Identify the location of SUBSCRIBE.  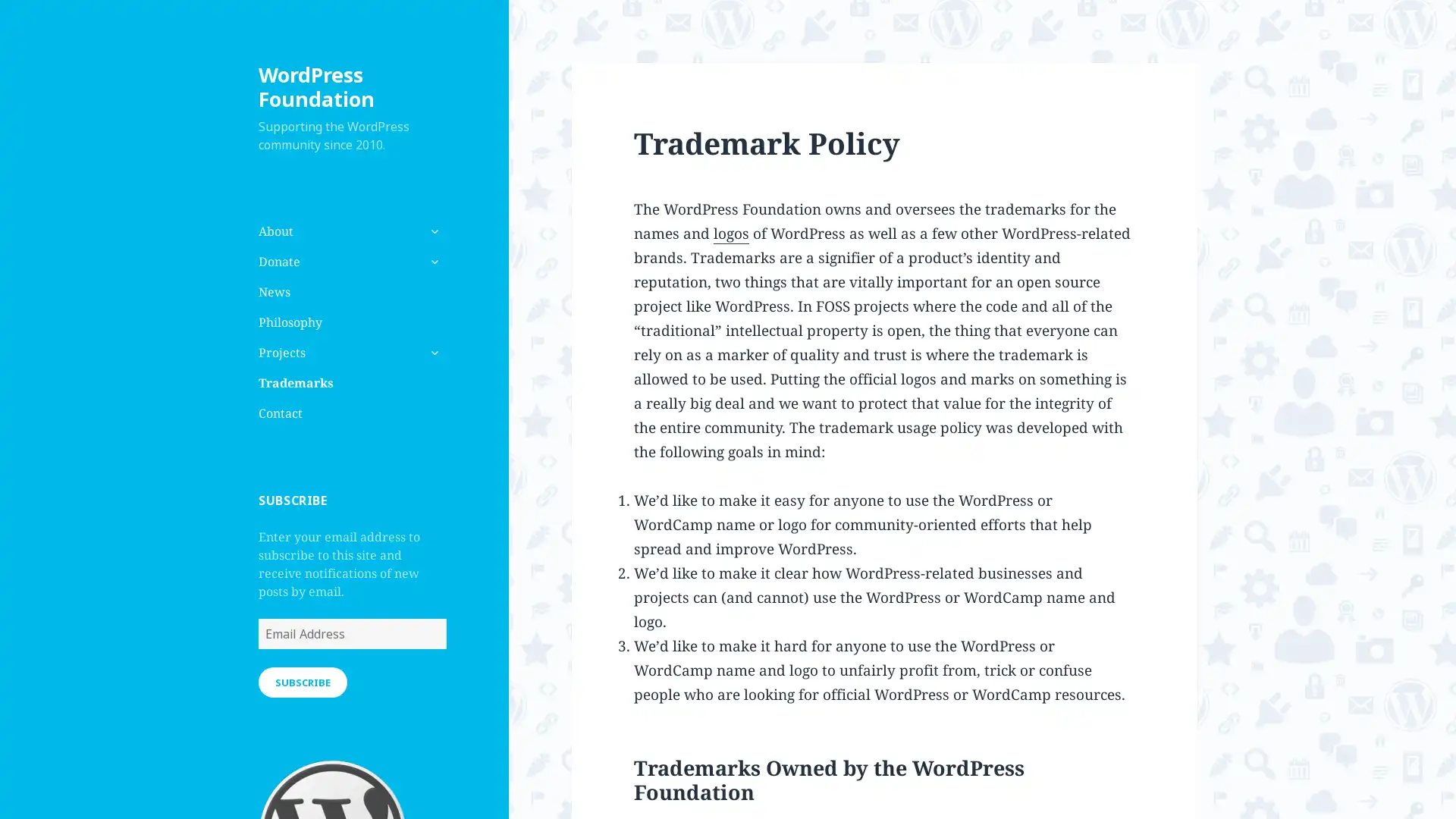
(302, 680).